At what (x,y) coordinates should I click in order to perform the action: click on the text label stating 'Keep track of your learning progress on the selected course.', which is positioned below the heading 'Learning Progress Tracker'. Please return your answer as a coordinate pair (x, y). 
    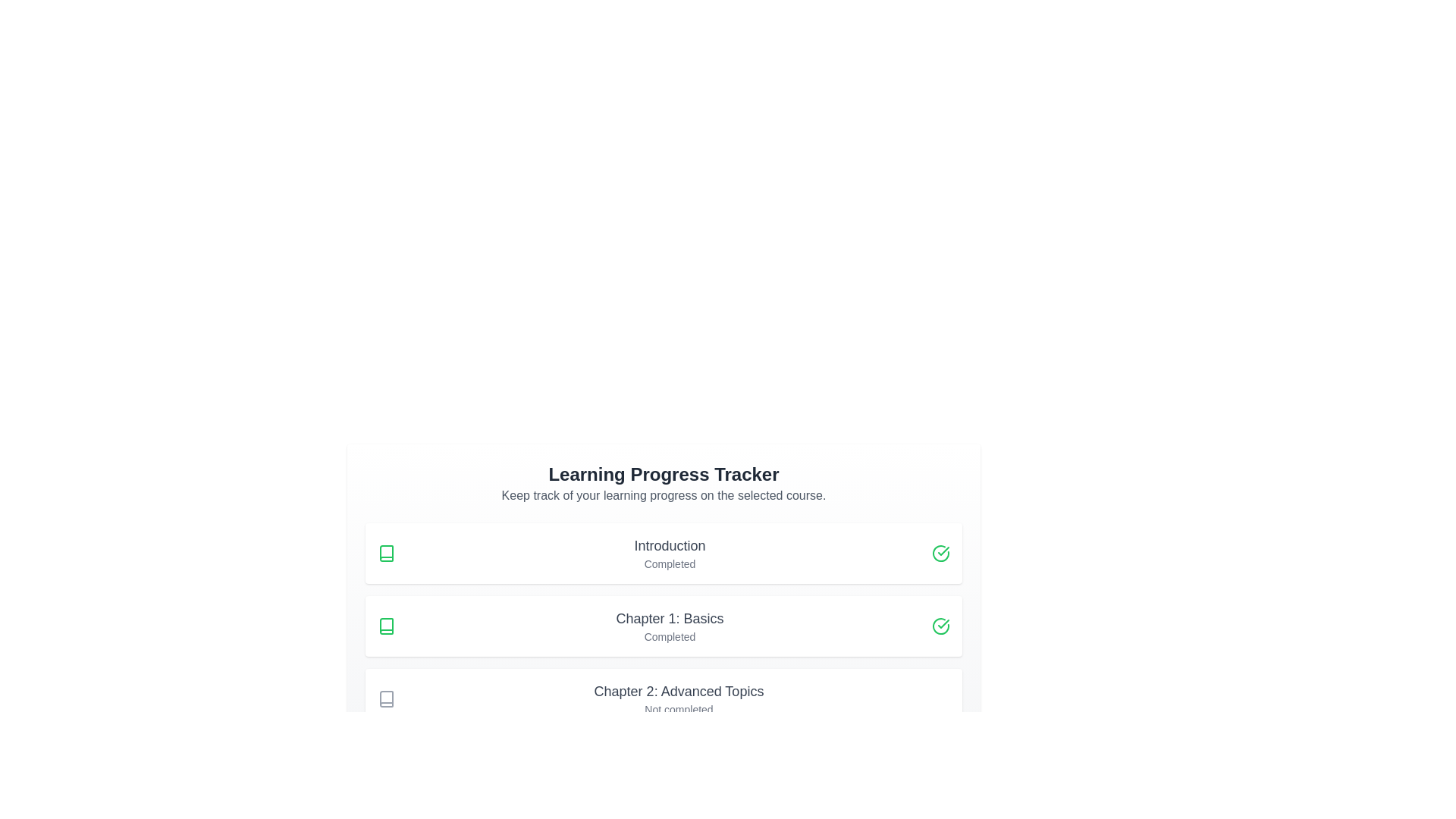
    Looking at the image, I should click on (664, 496).